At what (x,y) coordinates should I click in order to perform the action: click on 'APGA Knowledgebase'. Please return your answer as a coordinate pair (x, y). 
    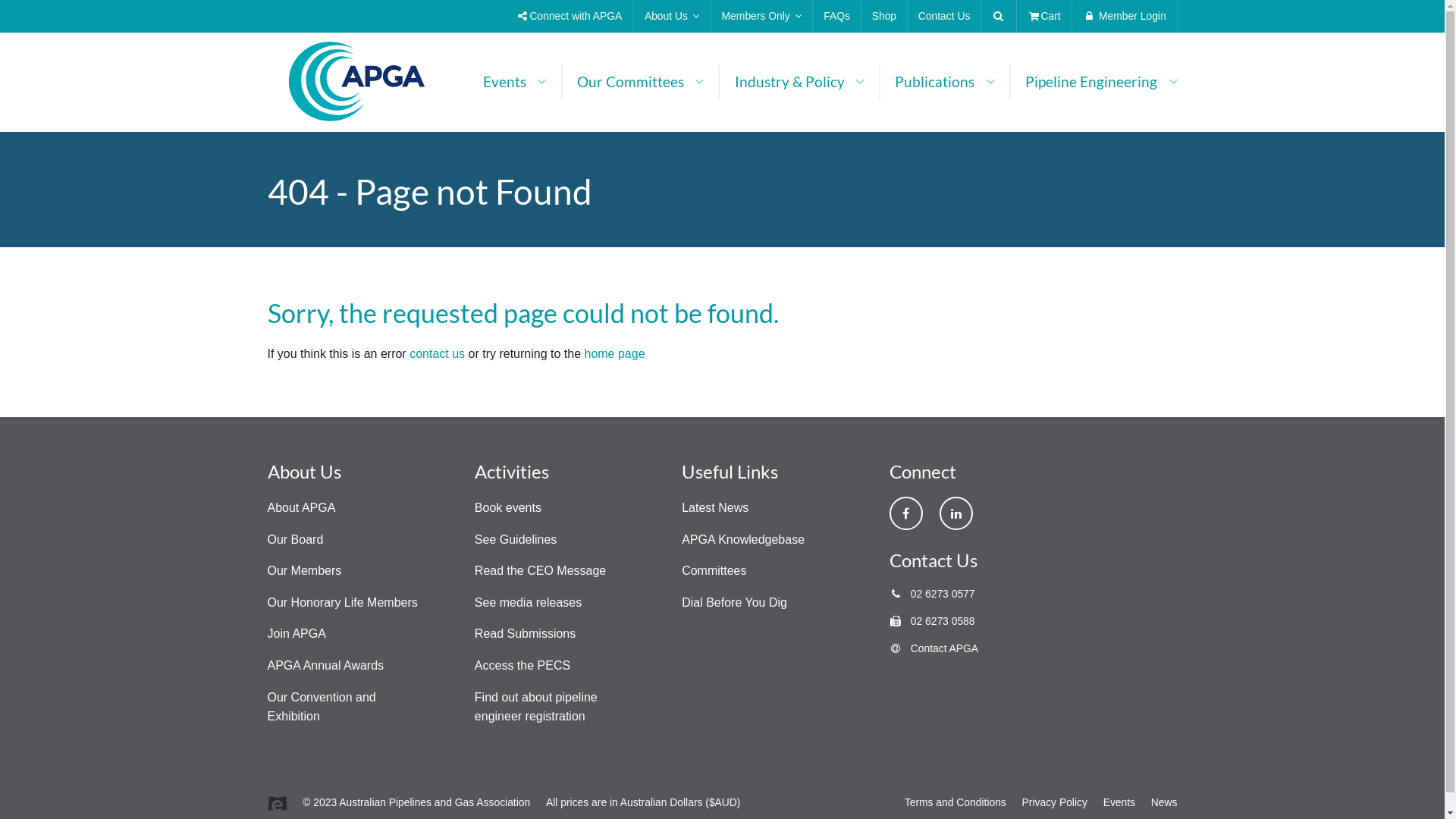
    Looking at the image, I should click on (742, 538).